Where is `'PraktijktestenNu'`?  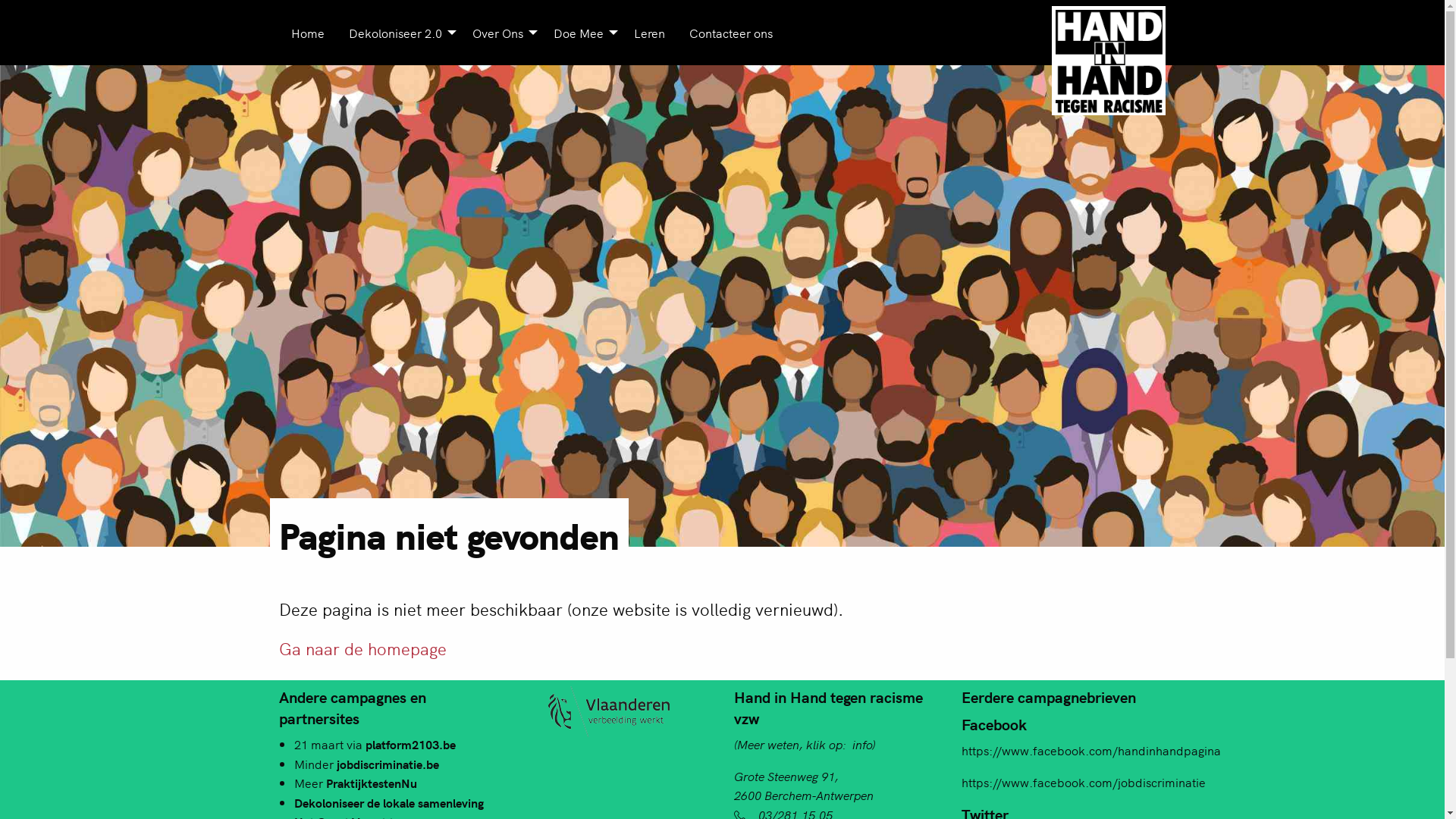 'PraktijktestenNu' is located at coordinates (371, 783).